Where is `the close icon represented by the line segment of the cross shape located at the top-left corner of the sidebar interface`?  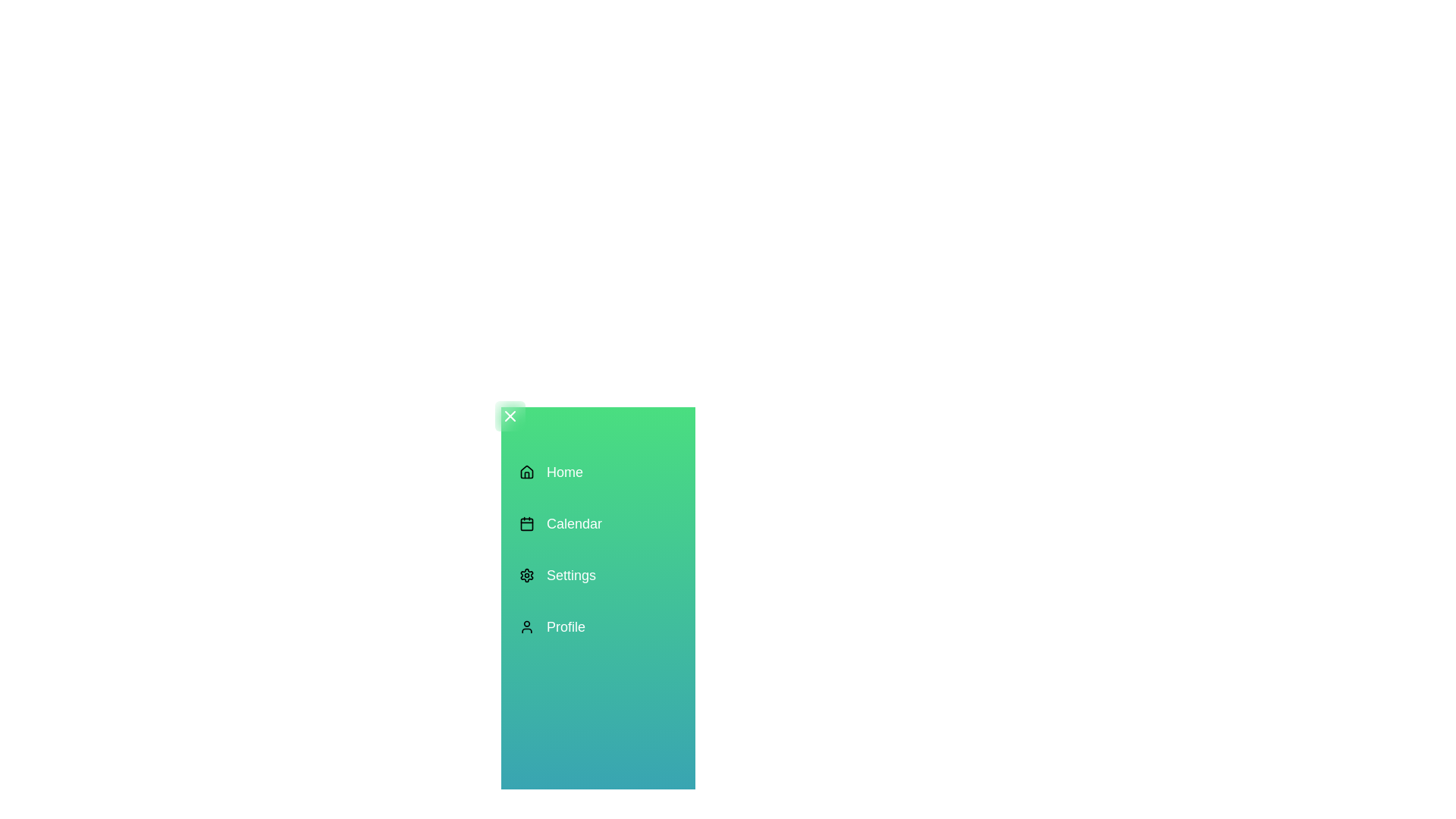 the close icon represented by the line segment of the cross shape located at the top-left corner of the sidebar interface is located at coordinates (510, 416).